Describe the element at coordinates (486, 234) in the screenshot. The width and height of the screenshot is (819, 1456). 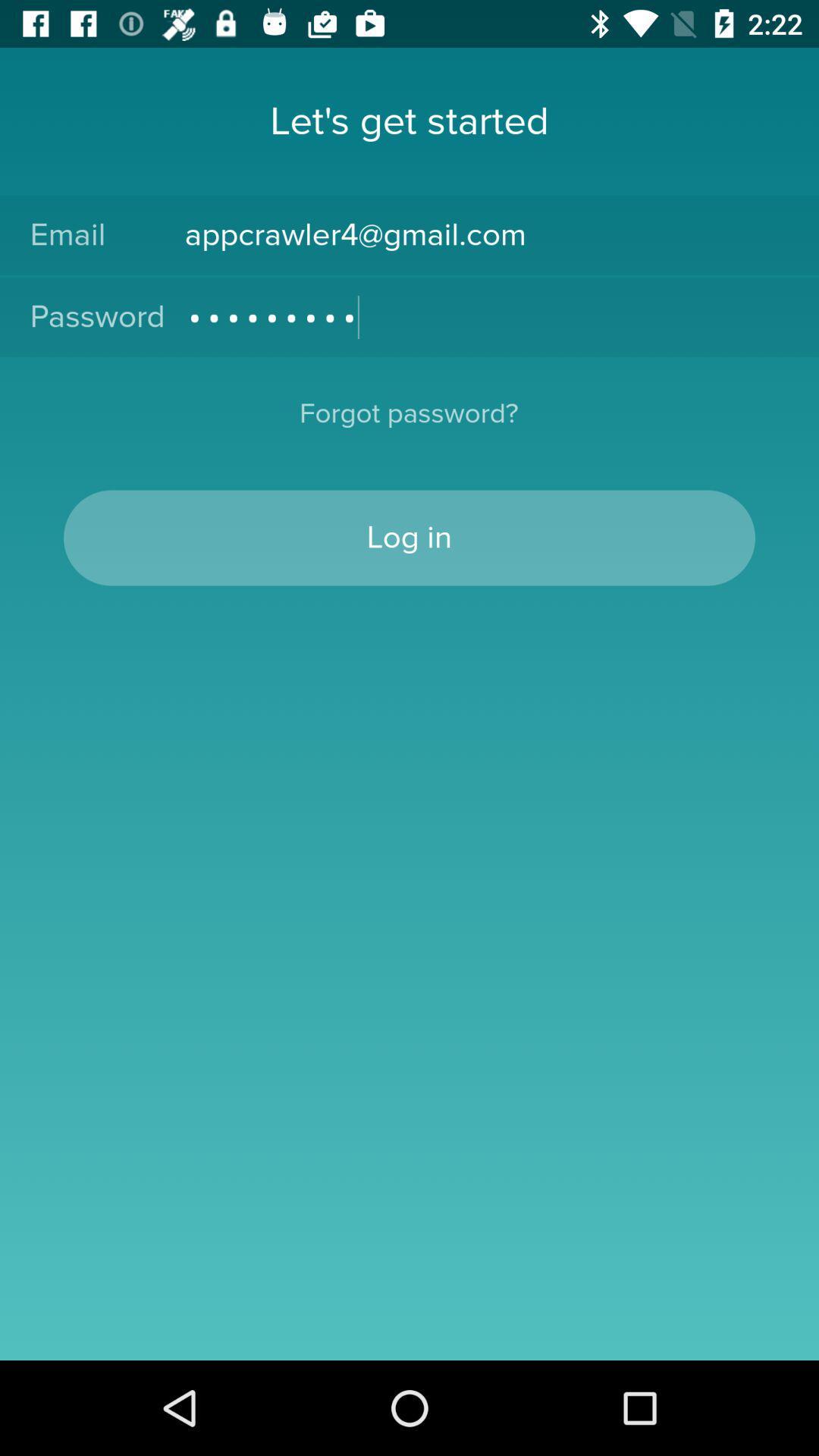
I see `the icon to the right of the email` at that location.